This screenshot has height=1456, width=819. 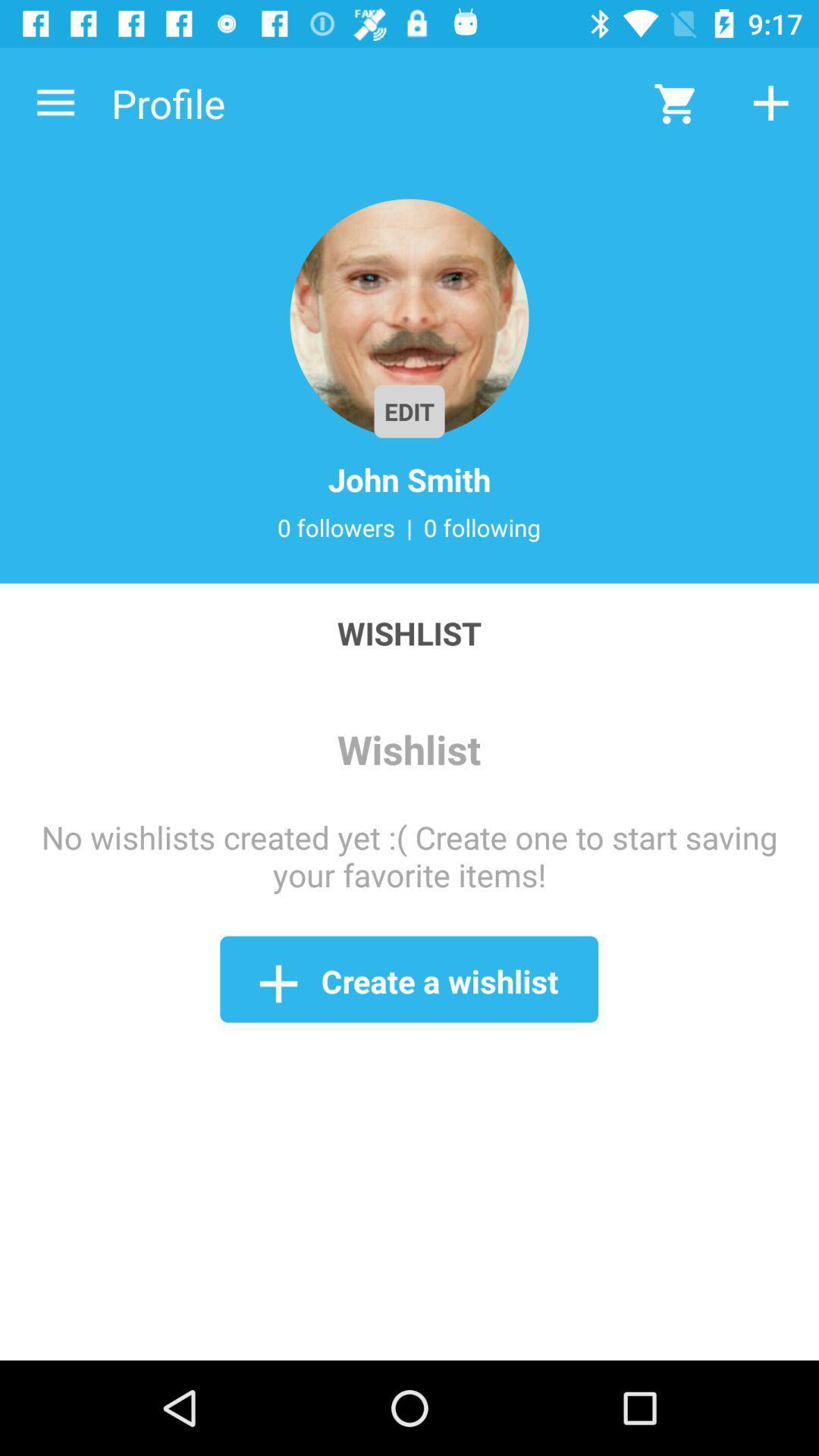 What do you see at coordinates (409, 411) in the screenshot?
I see `the edit item` at bounding box center [409, 411].